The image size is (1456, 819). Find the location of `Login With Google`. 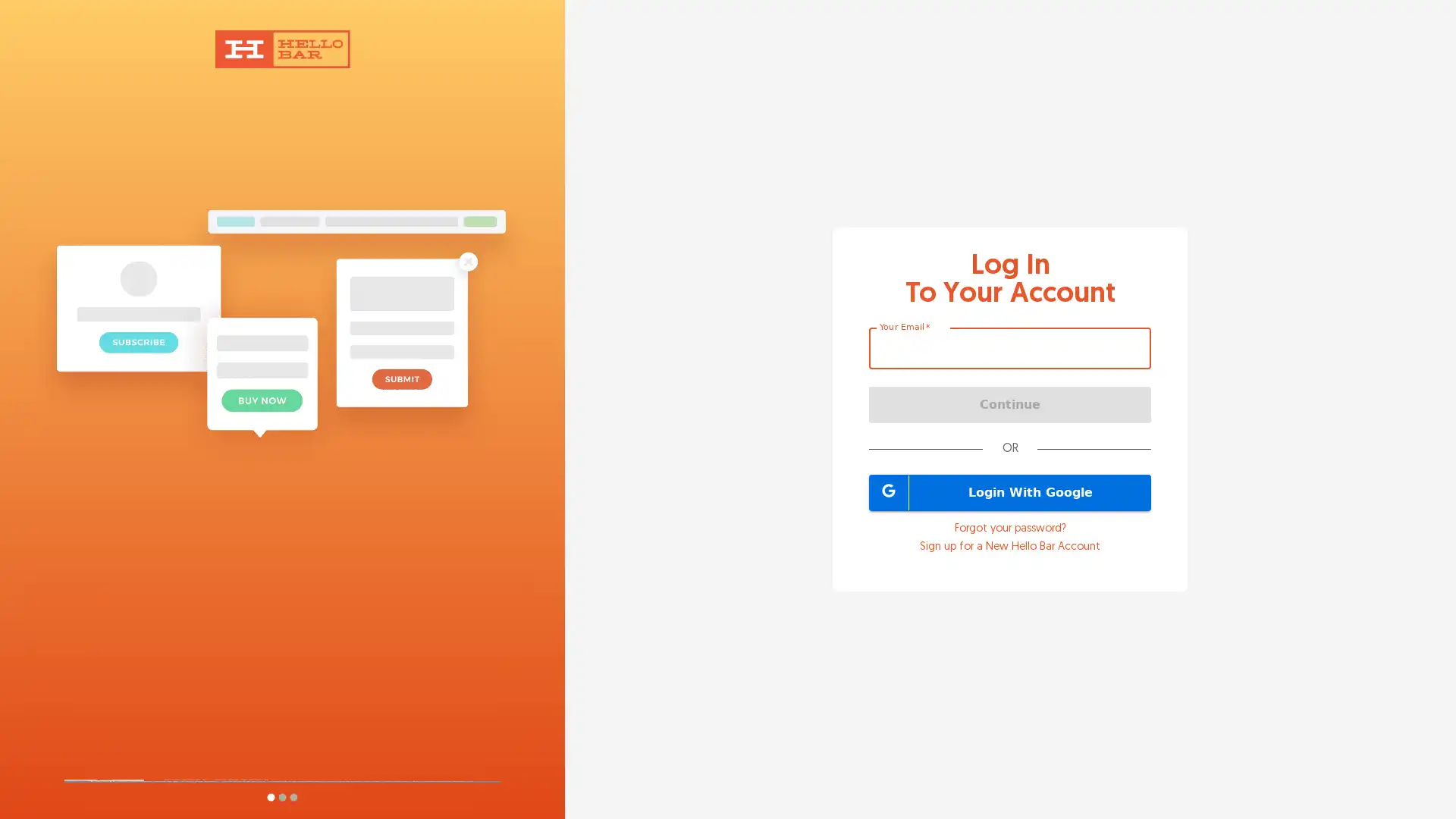

Login With Google is located at coordinates (1010, 491).